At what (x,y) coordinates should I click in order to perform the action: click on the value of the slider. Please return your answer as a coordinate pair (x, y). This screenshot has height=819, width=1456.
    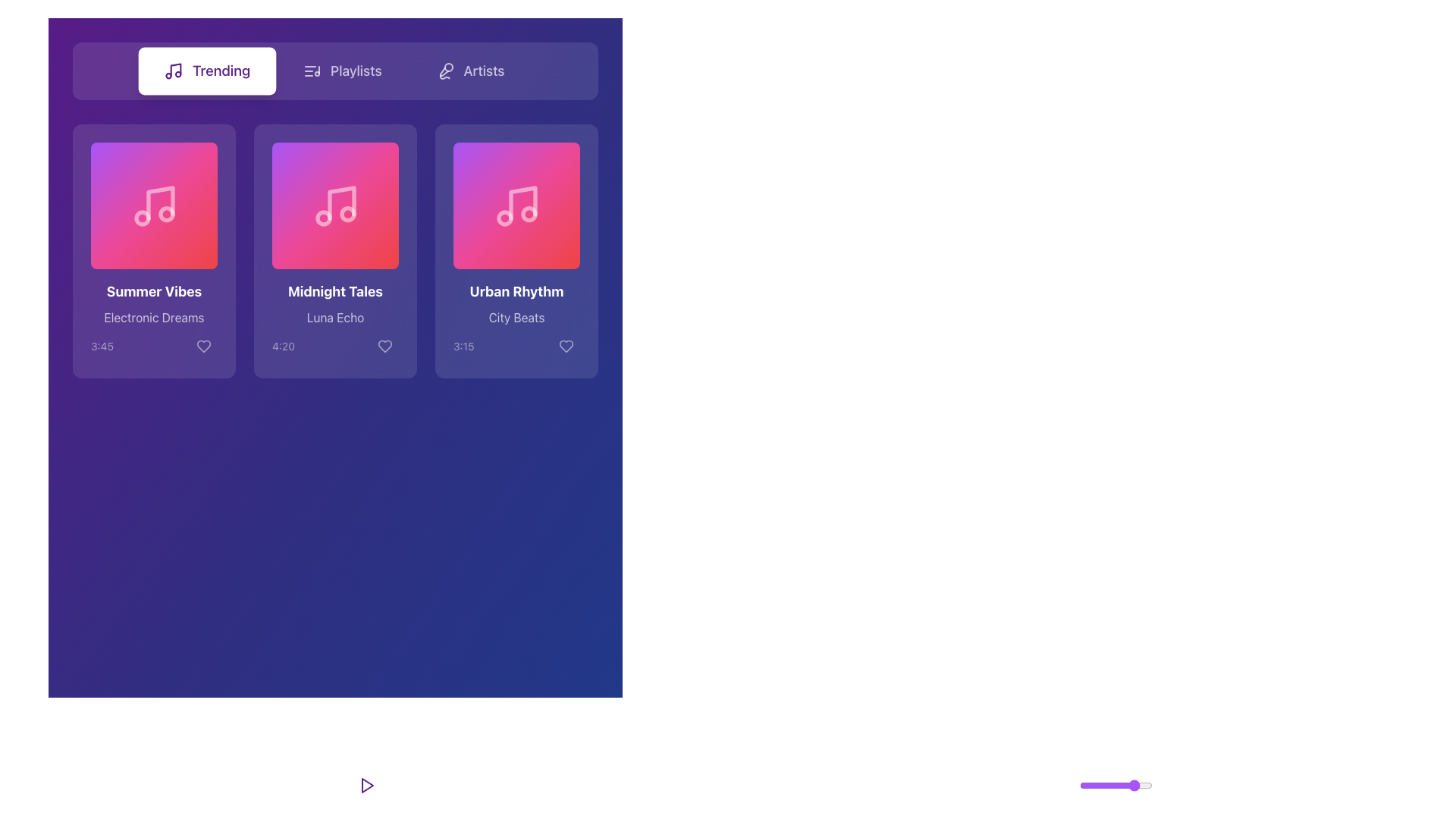
    Looking at the image, I should click on (1109, 785).